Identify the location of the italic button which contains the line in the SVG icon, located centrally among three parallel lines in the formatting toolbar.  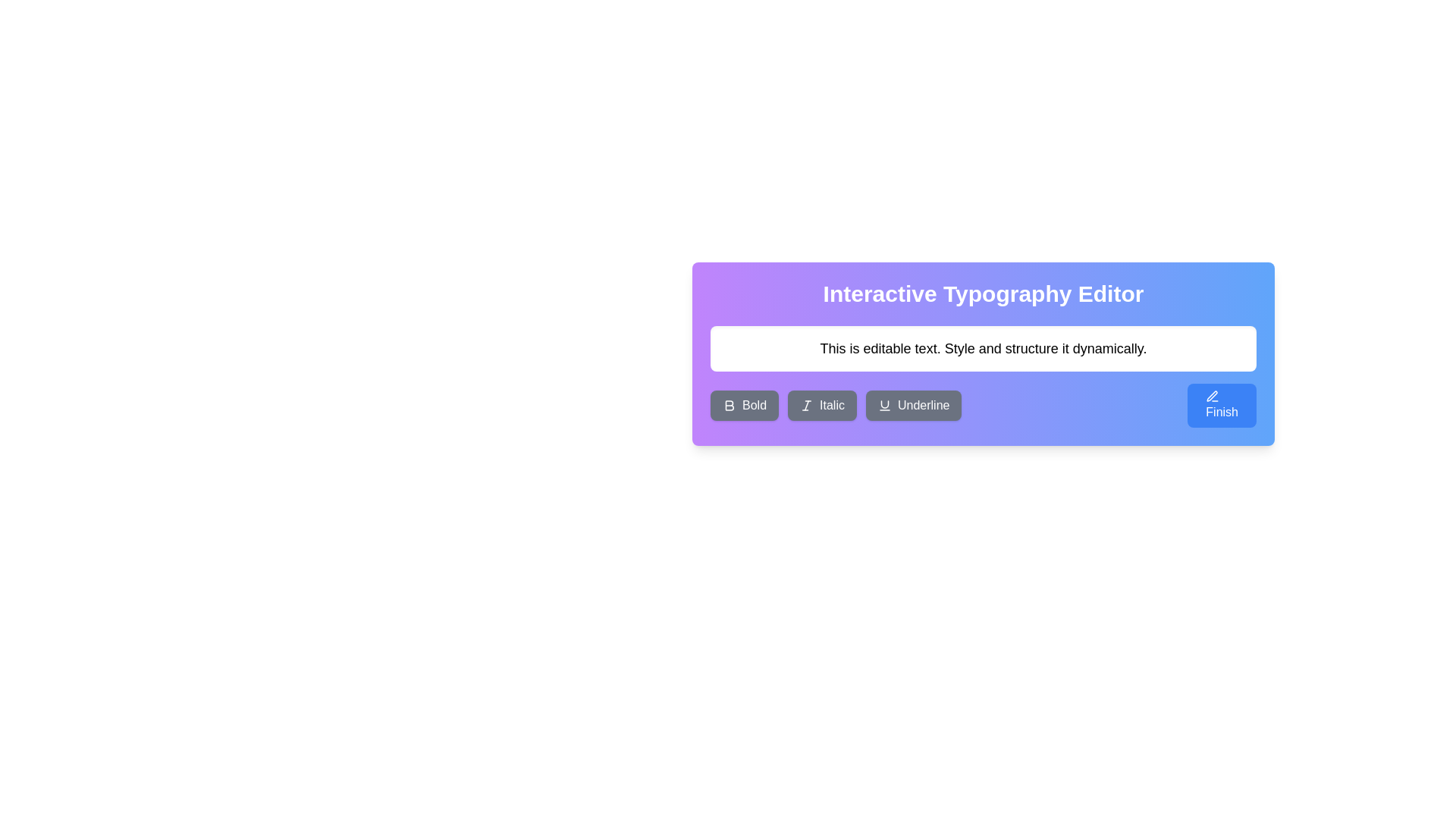
(806, 405).